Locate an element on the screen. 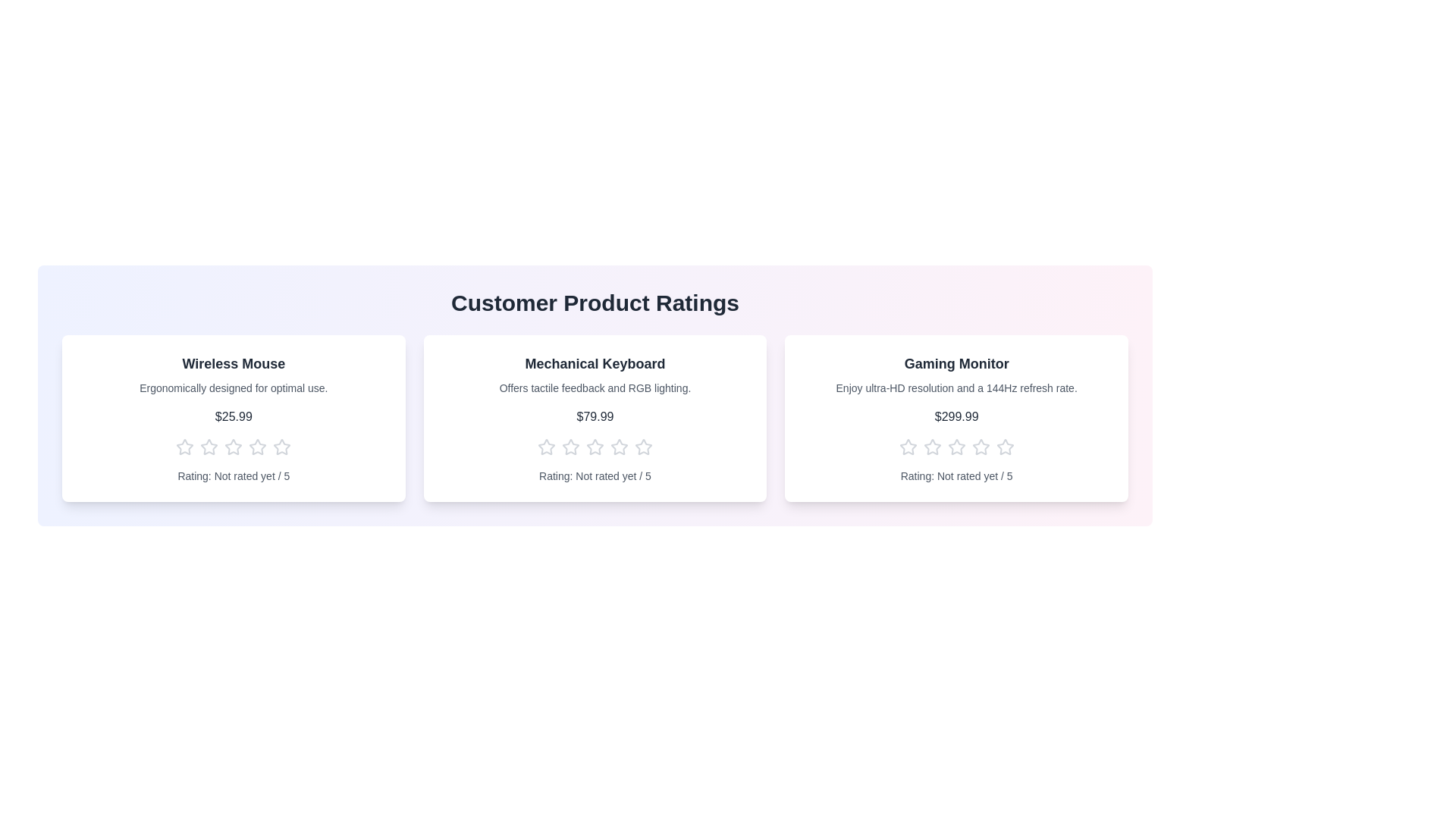 Image resolution: width=1456 pixels, height=819 pixels. the star corresponding to the rating 4 for the product Wireless Mouse is located at coordinates (258, 447).